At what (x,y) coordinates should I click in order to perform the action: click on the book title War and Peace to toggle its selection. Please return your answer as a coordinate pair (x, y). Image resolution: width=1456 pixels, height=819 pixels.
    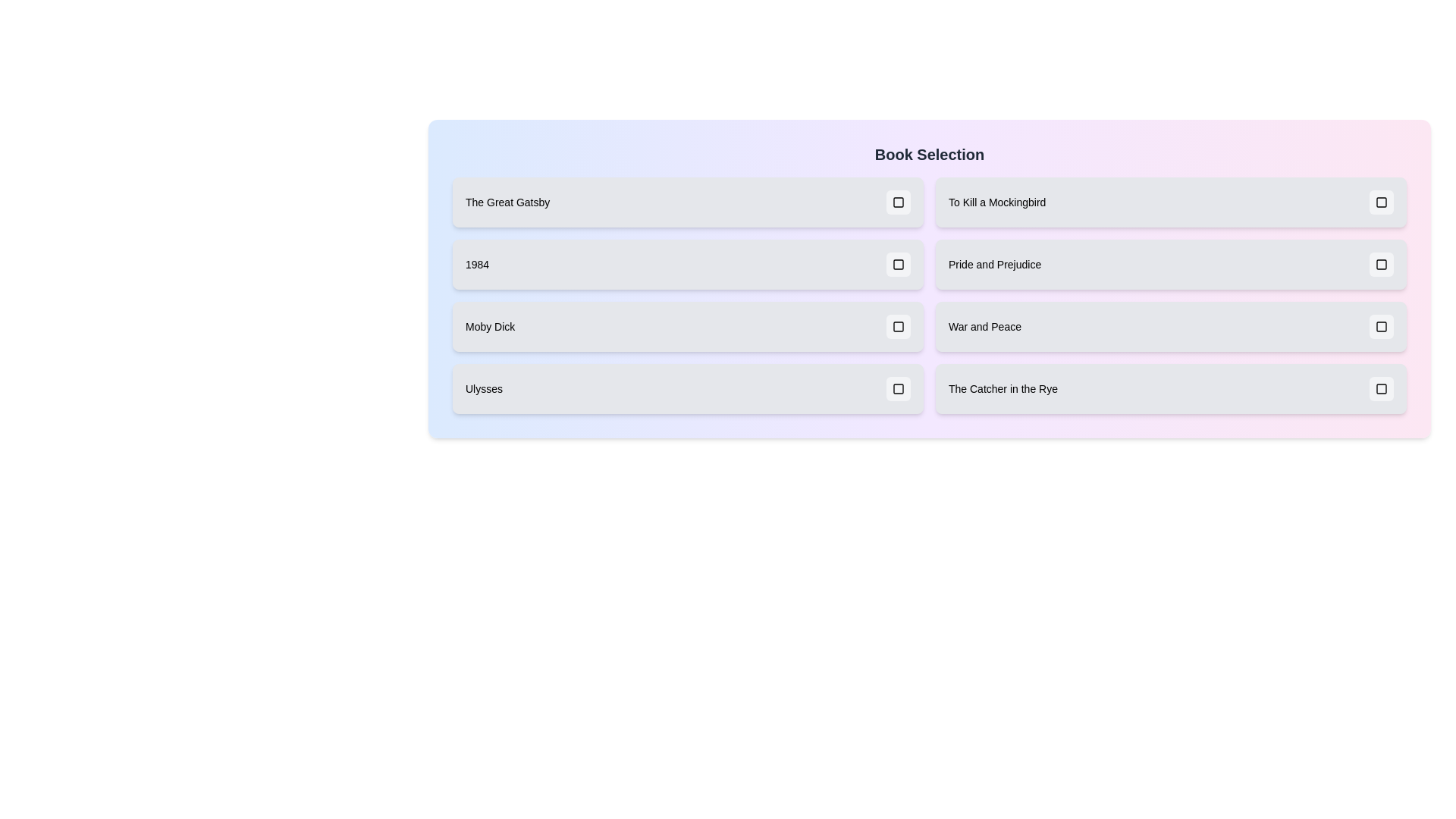
    Looking at the image, I should click on (1170, 326).